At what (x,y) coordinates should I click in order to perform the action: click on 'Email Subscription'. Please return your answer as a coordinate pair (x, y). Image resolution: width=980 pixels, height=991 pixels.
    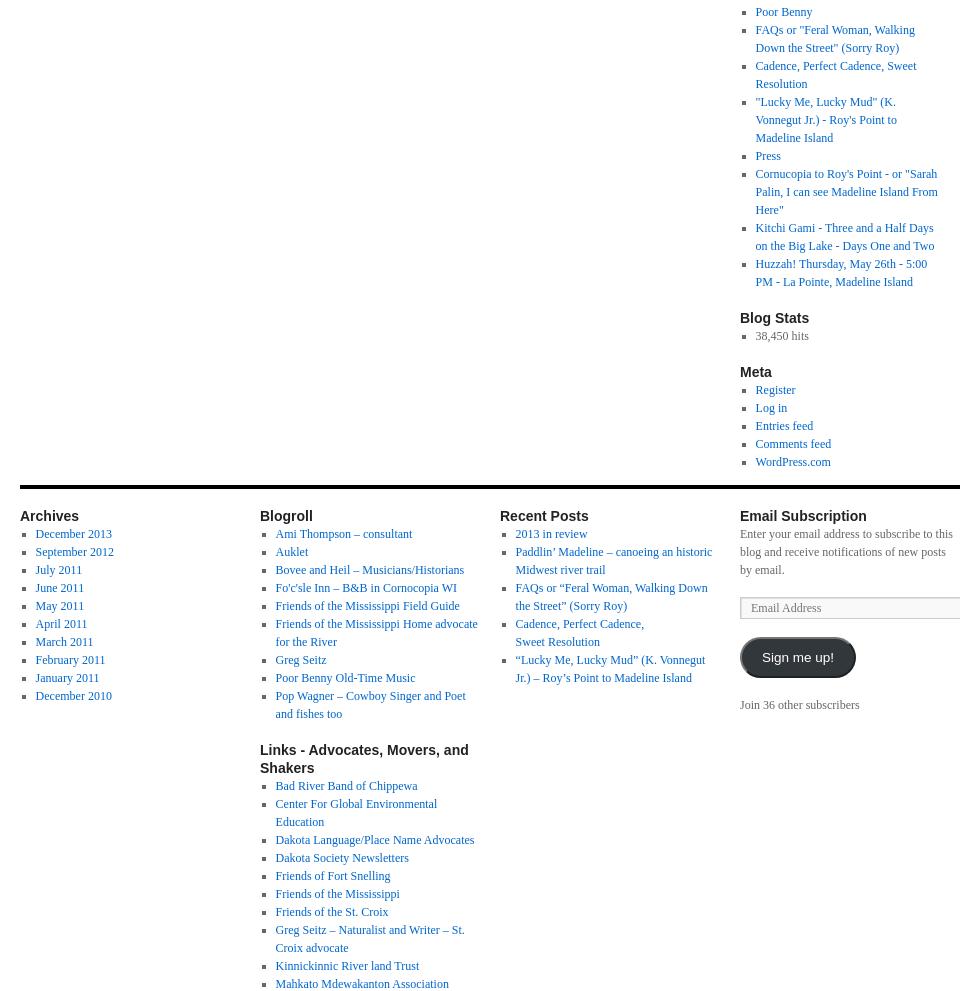
    Looking at the image, I should click on (803, 516).